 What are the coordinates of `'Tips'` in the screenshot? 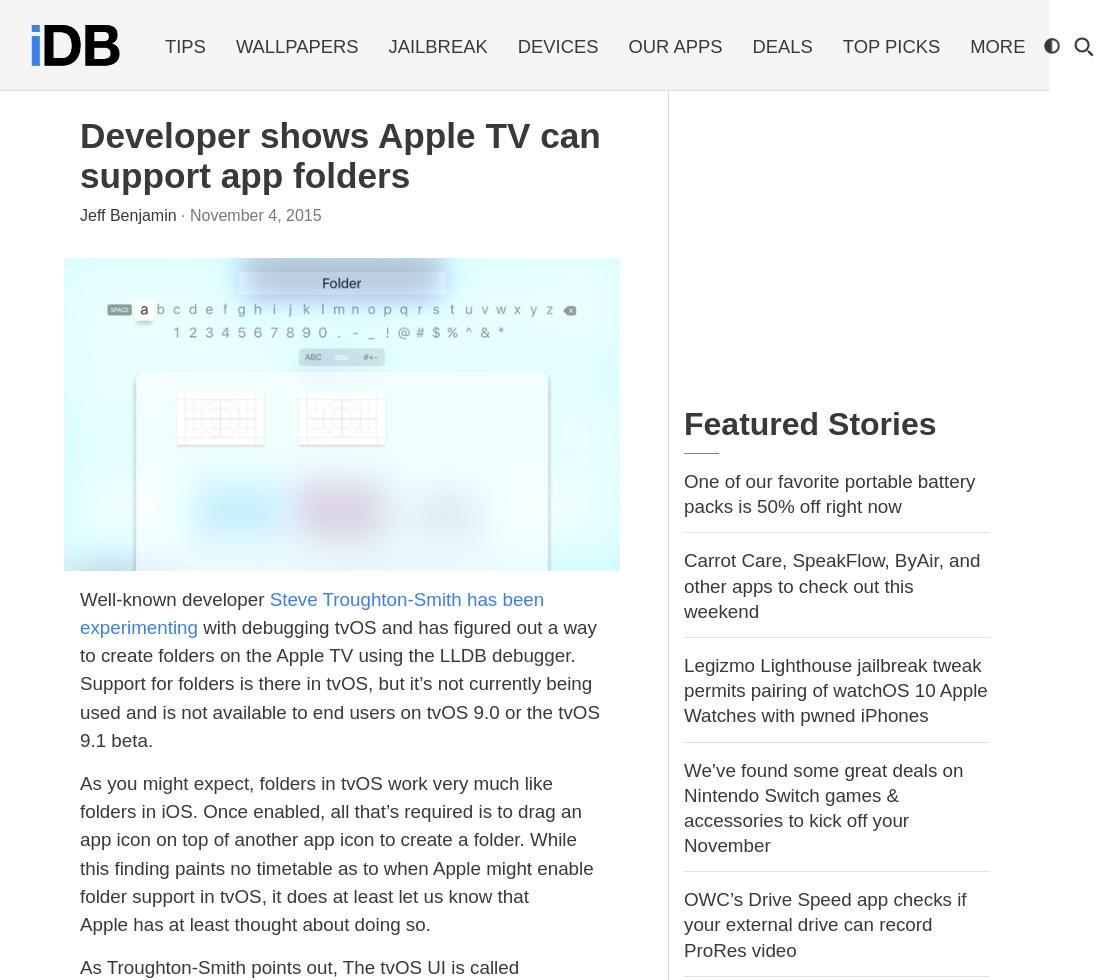 It's located at (184, 46).